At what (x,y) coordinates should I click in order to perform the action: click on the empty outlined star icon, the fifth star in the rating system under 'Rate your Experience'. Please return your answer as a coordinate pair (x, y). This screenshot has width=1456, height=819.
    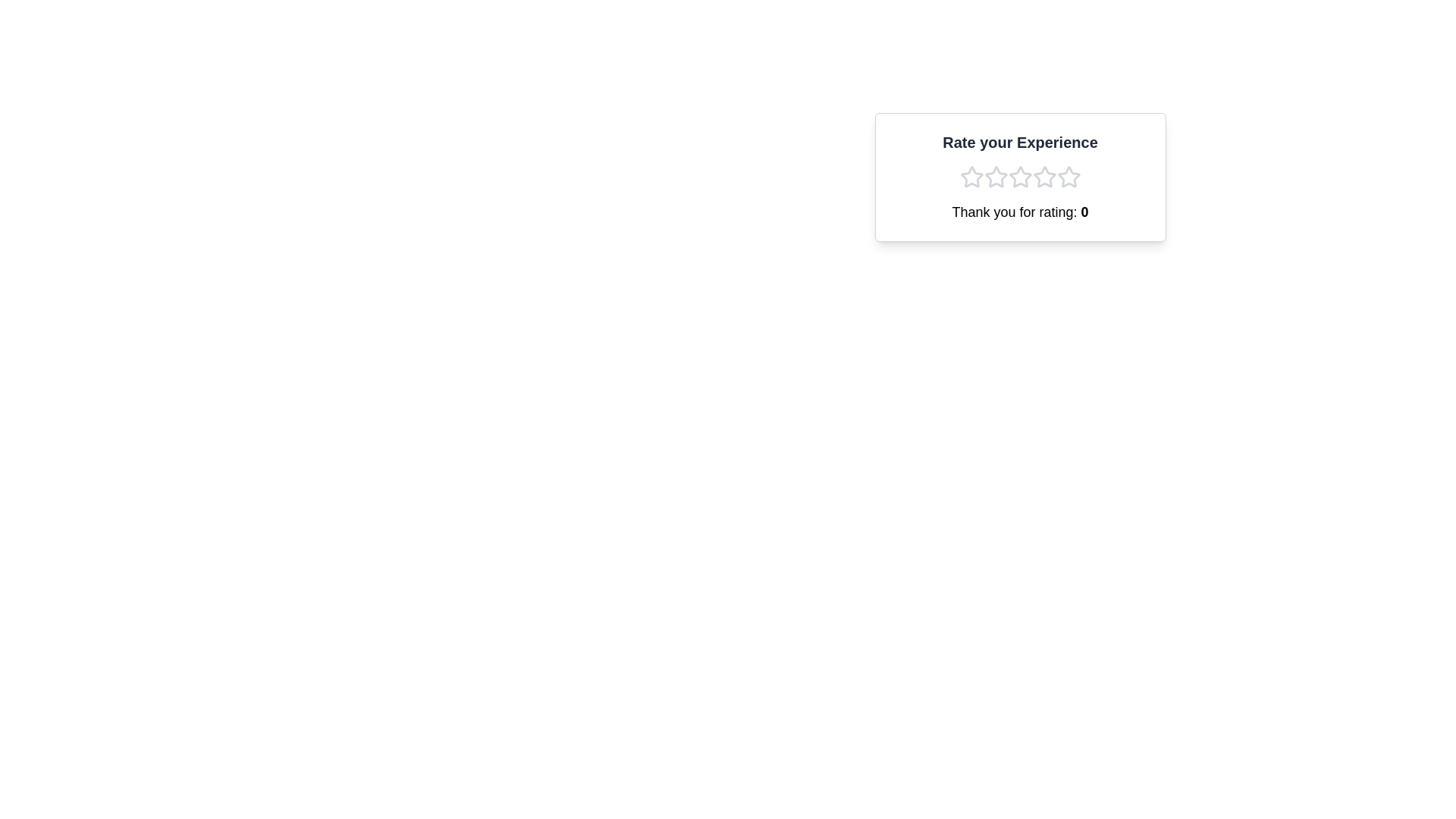
    Looking at the image, I should click on (1068, 176).